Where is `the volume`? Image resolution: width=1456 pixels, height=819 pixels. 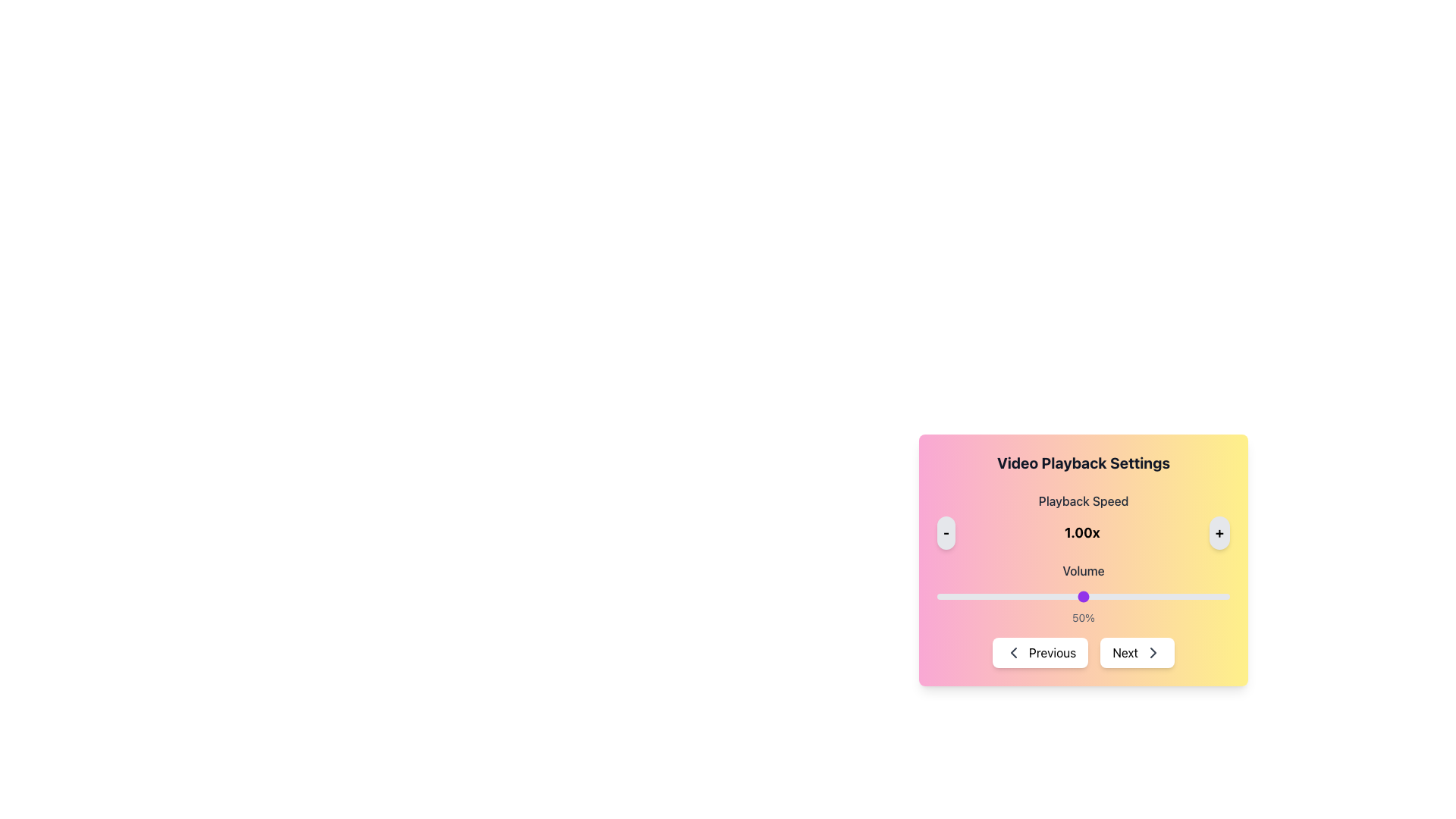
the volume is located at coordinates (1106, 595).